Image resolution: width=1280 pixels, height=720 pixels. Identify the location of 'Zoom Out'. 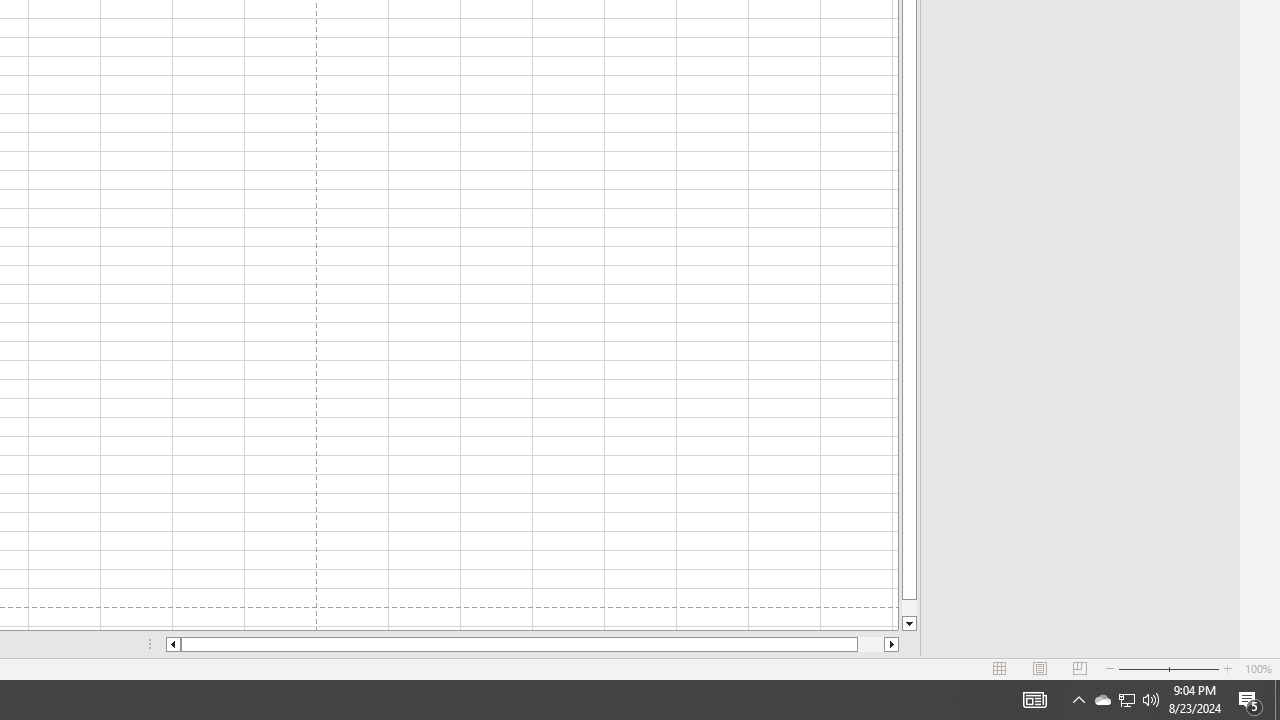
(1143, 669).